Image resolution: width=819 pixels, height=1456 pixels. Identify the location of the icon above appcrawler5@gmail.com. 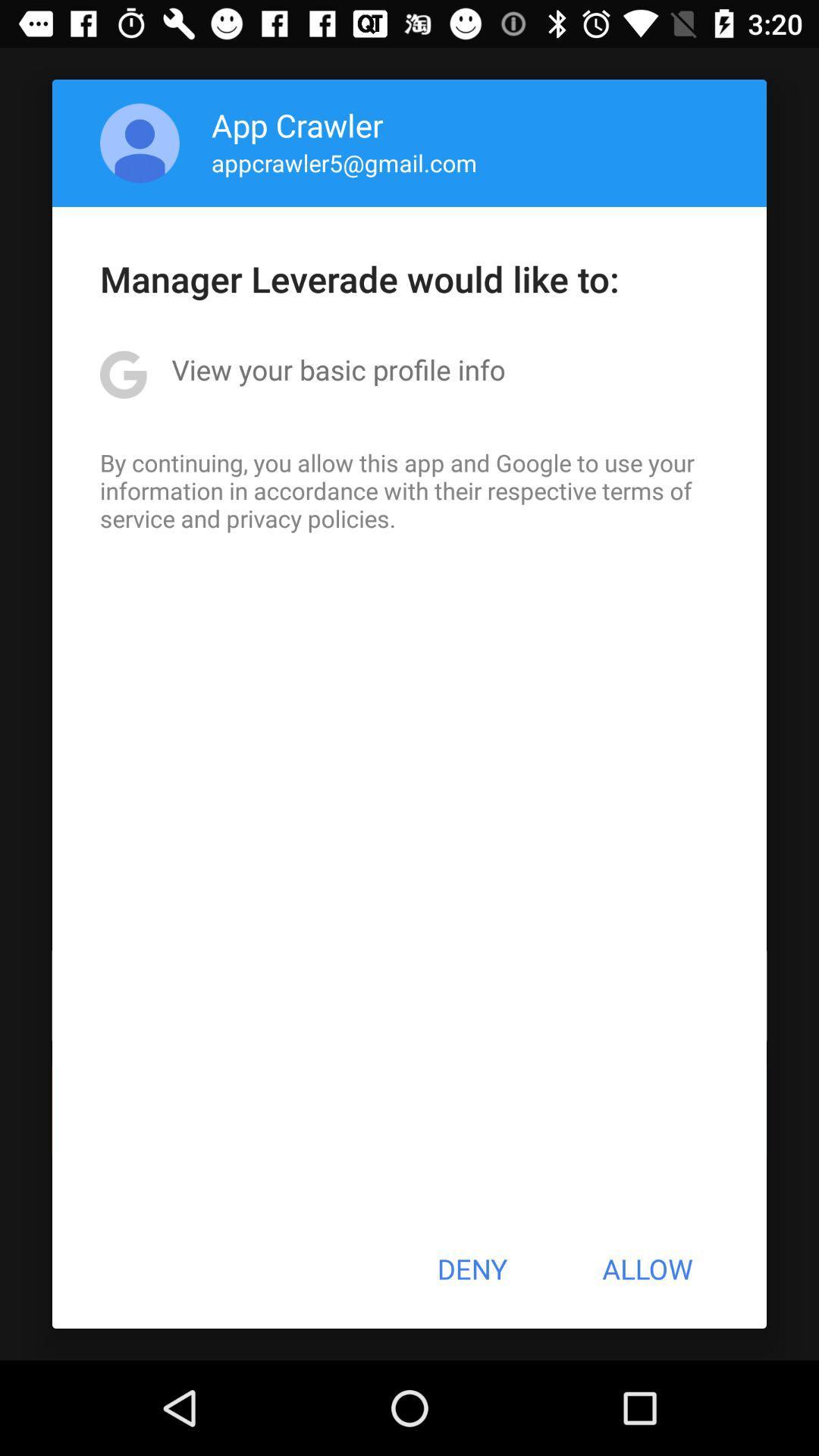
(297, 124).